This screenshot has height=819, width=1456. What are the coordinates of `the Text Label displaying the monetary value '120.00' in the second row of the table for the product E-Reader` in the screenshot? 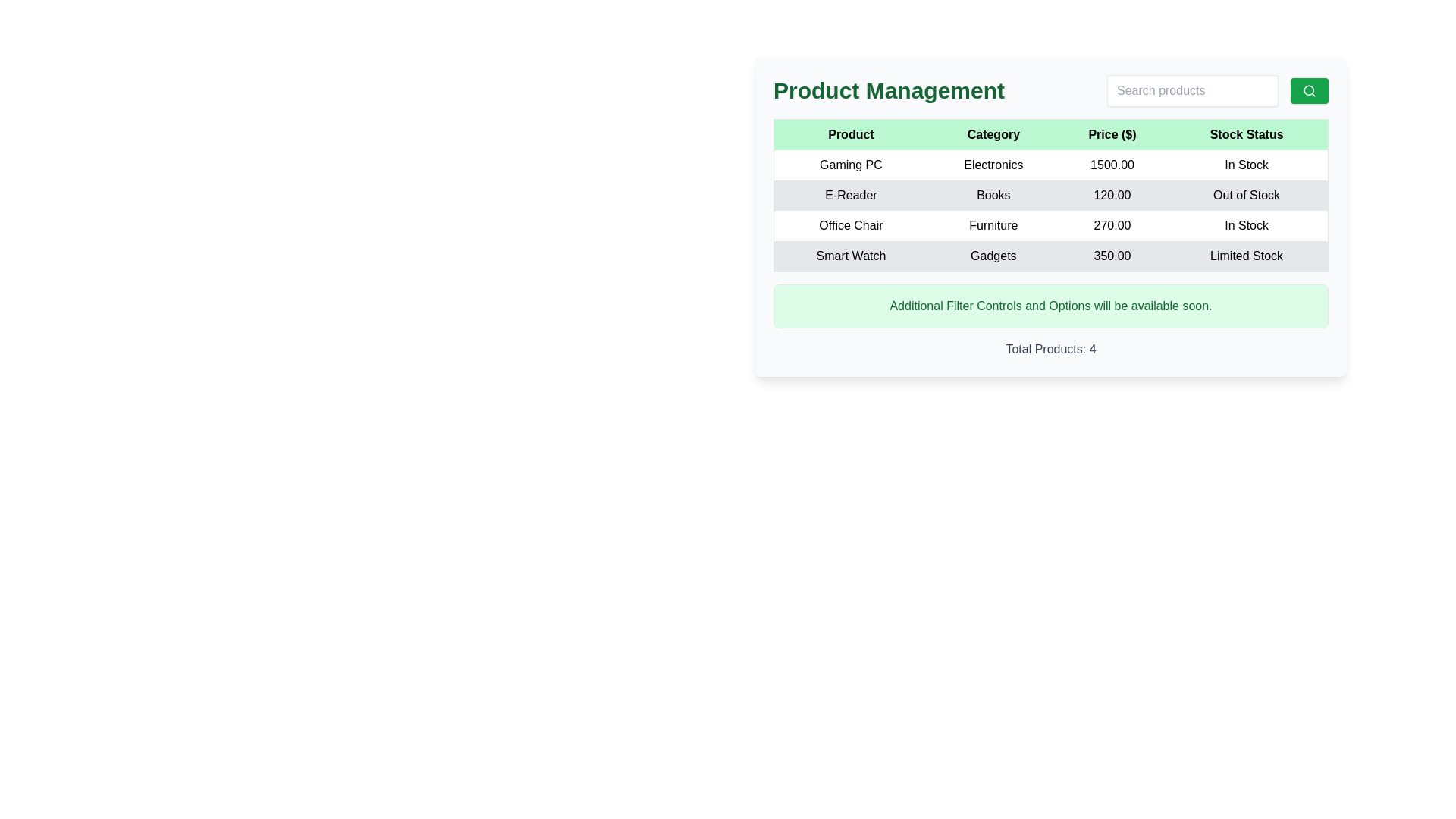 It's located at (1112, 195).